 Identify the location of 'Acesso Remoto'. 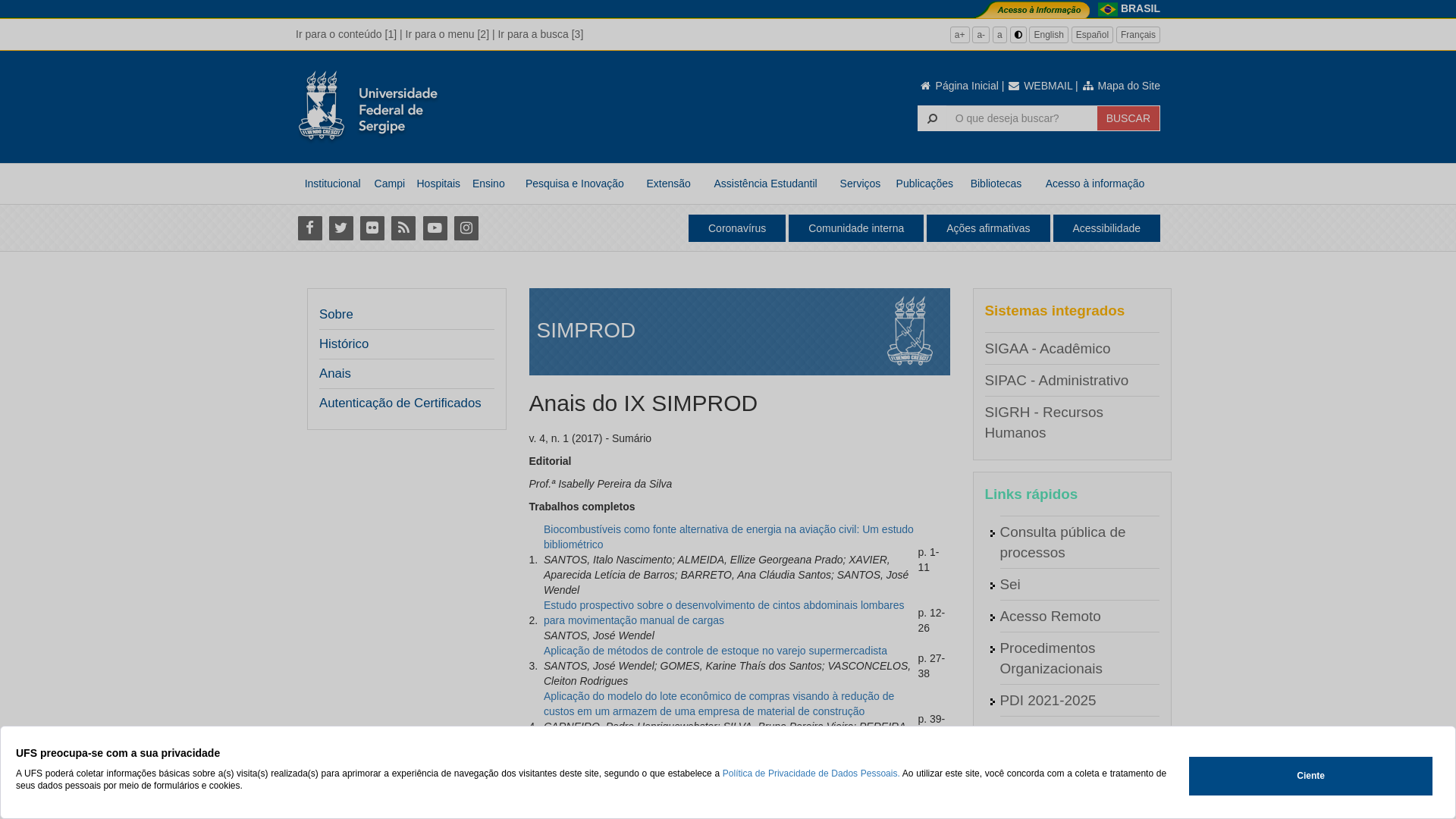
(1049, 616).